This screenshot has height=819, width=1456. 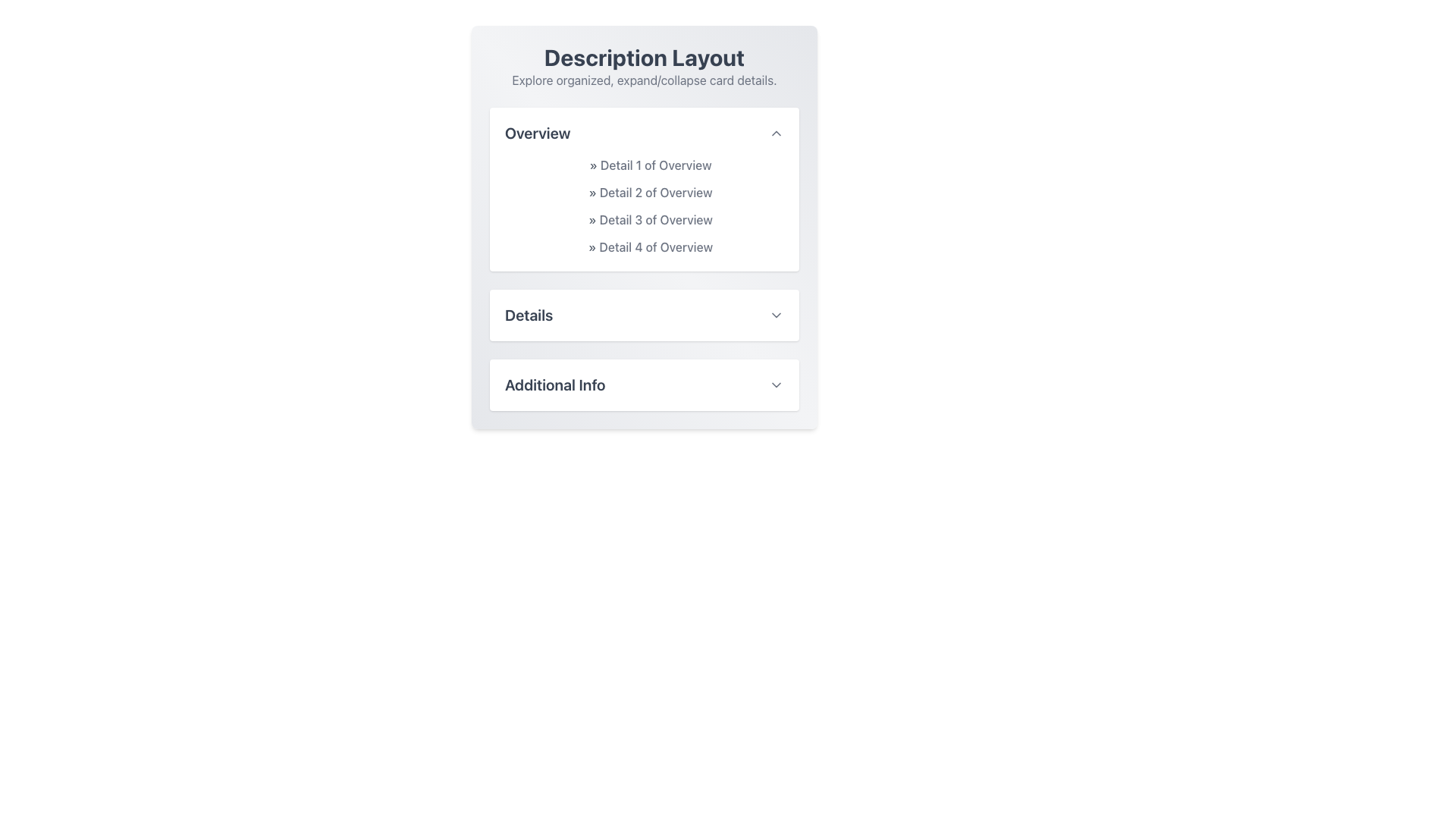 What do you see at coordinates (644, 199) in the screenshot?
I see `information presented in the structured Text List located in the 'Overview' section, positioned below the heading` at bounding box center [644, 199].